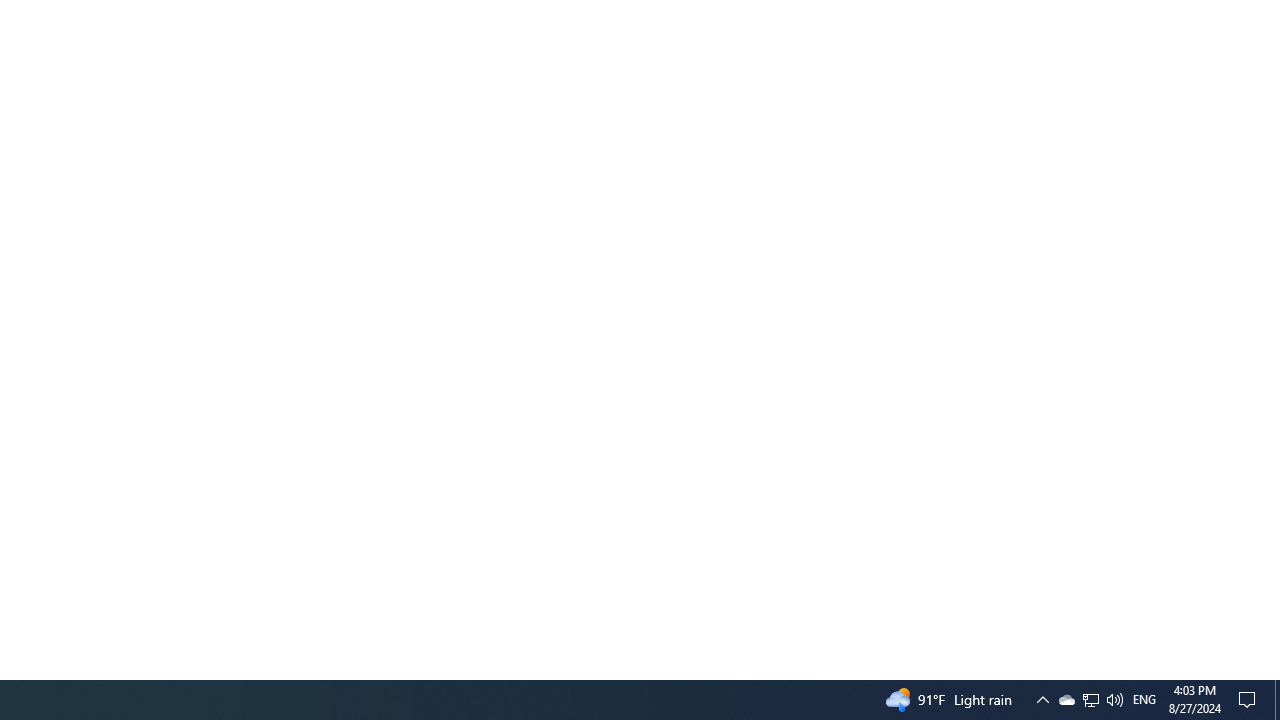 This screenshot has height=720, width=1280. Describe the element at coordinates (1276, 698) in the screenshot. I see `'Show desktop'` at that location.